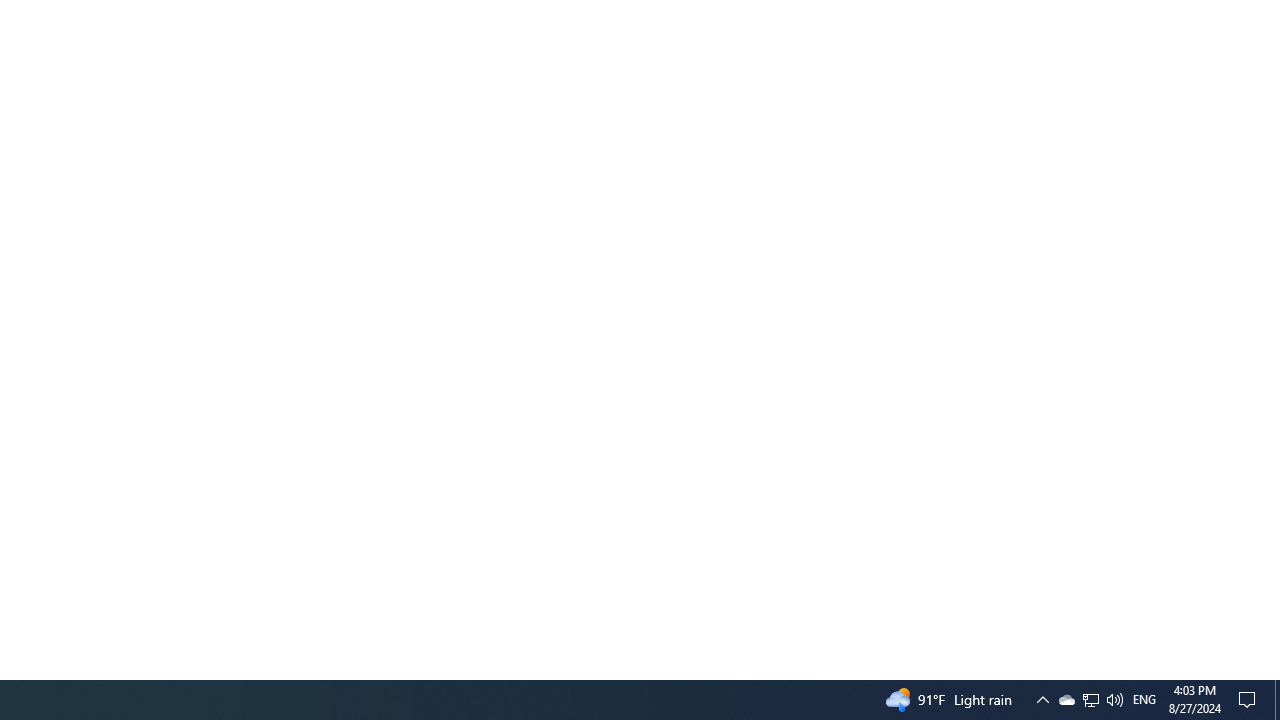 This screenshot has height=720, width=1280. Describe the element at coordinates (1276, 698) in the screenshot. I see `'Show desktop'` at that location.